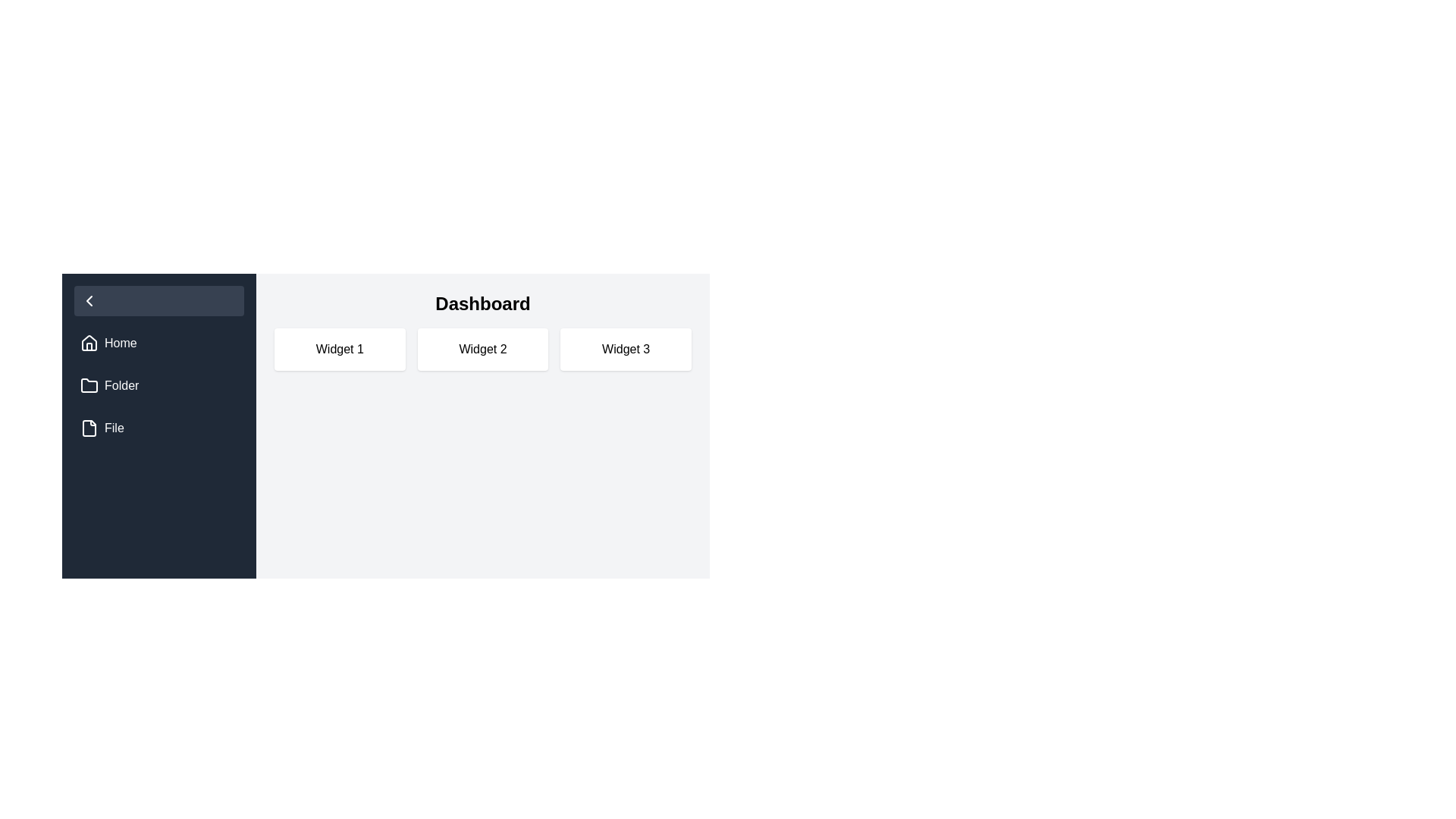 The height and width of the screenshot is (819, 1456). Describe the element at coordinates (89, 384) in the screenshot. I see `the folder icon, which is a white or light outlined graphical depiction of a folder located in the sidebar, specifically the second item in a vertical navigation menu` at that location.